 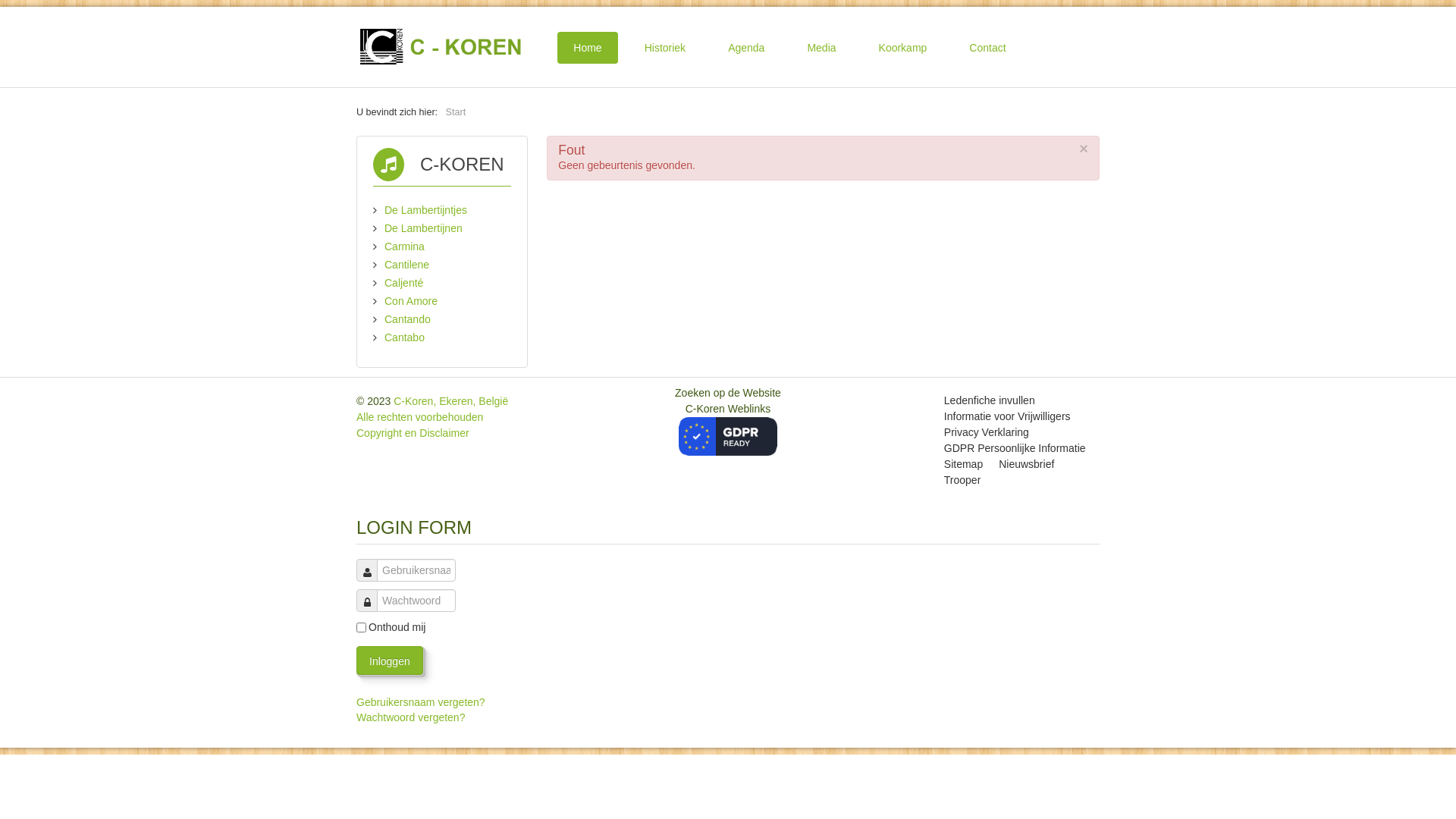 I want to click on 'C-Koren Weblinks', so click(x=728, y=422).